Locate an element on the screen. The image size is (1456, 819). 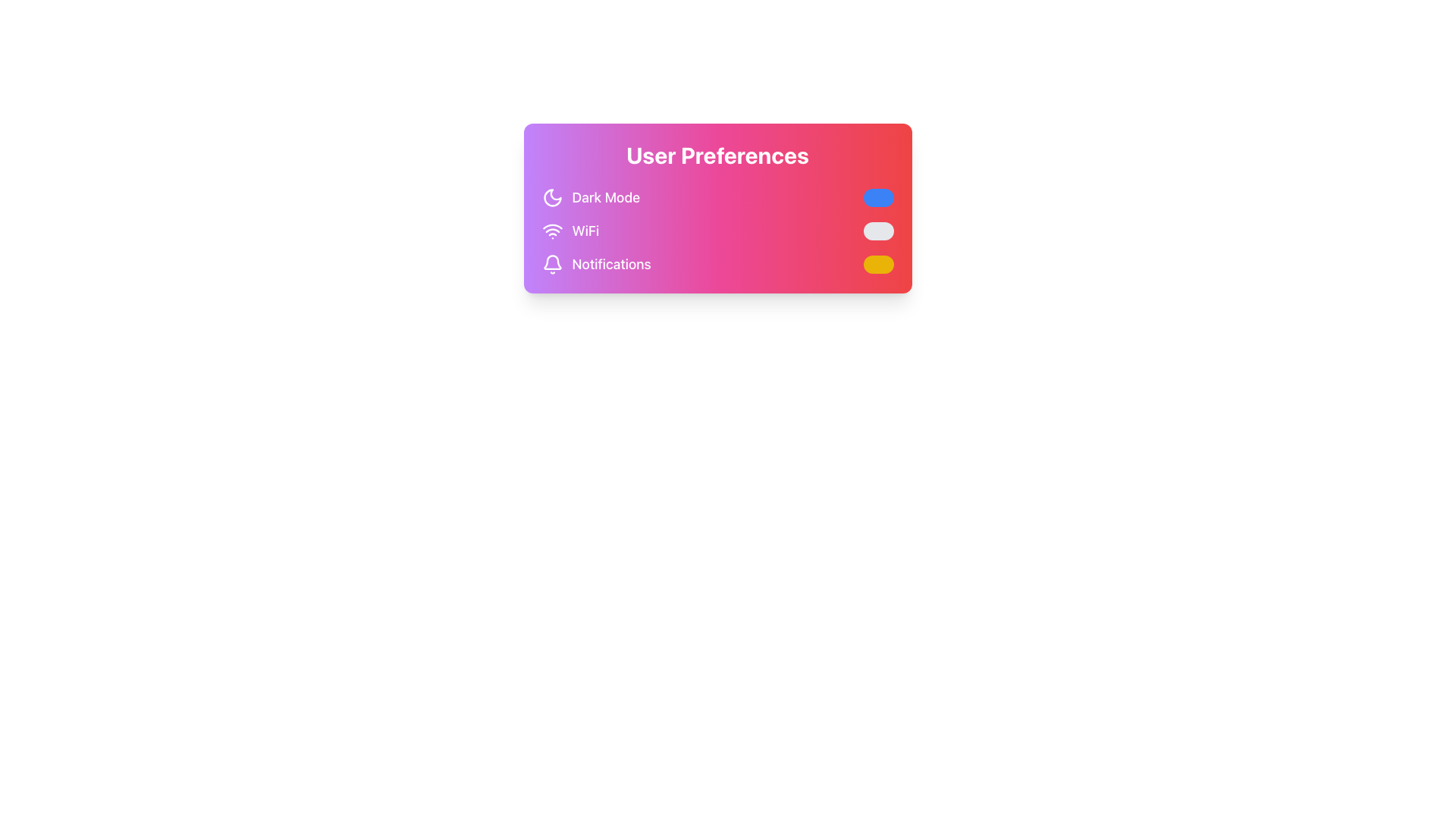
the 'WiFi' text label element, which is styled in a large font and is located within the User Preferences menu, positioned below 'Dark Mode' and above 'Notifications' is located at coordinates (585, 231).